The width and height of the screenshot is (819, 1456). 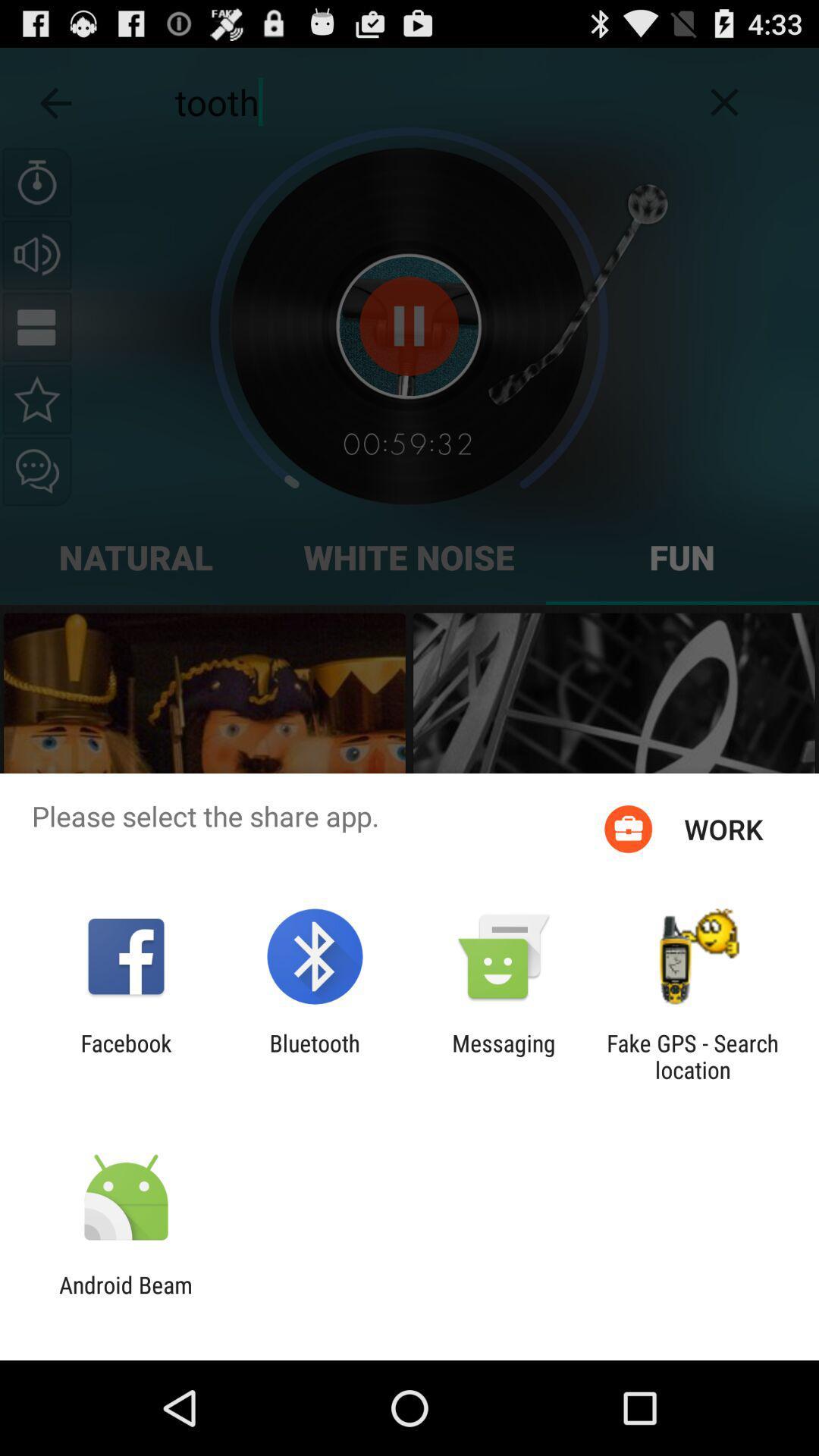 What do you see at coordinates (692, 1056) in the screenshot?
I see `the fake gps search icon` at bounding box center [692, 1056].